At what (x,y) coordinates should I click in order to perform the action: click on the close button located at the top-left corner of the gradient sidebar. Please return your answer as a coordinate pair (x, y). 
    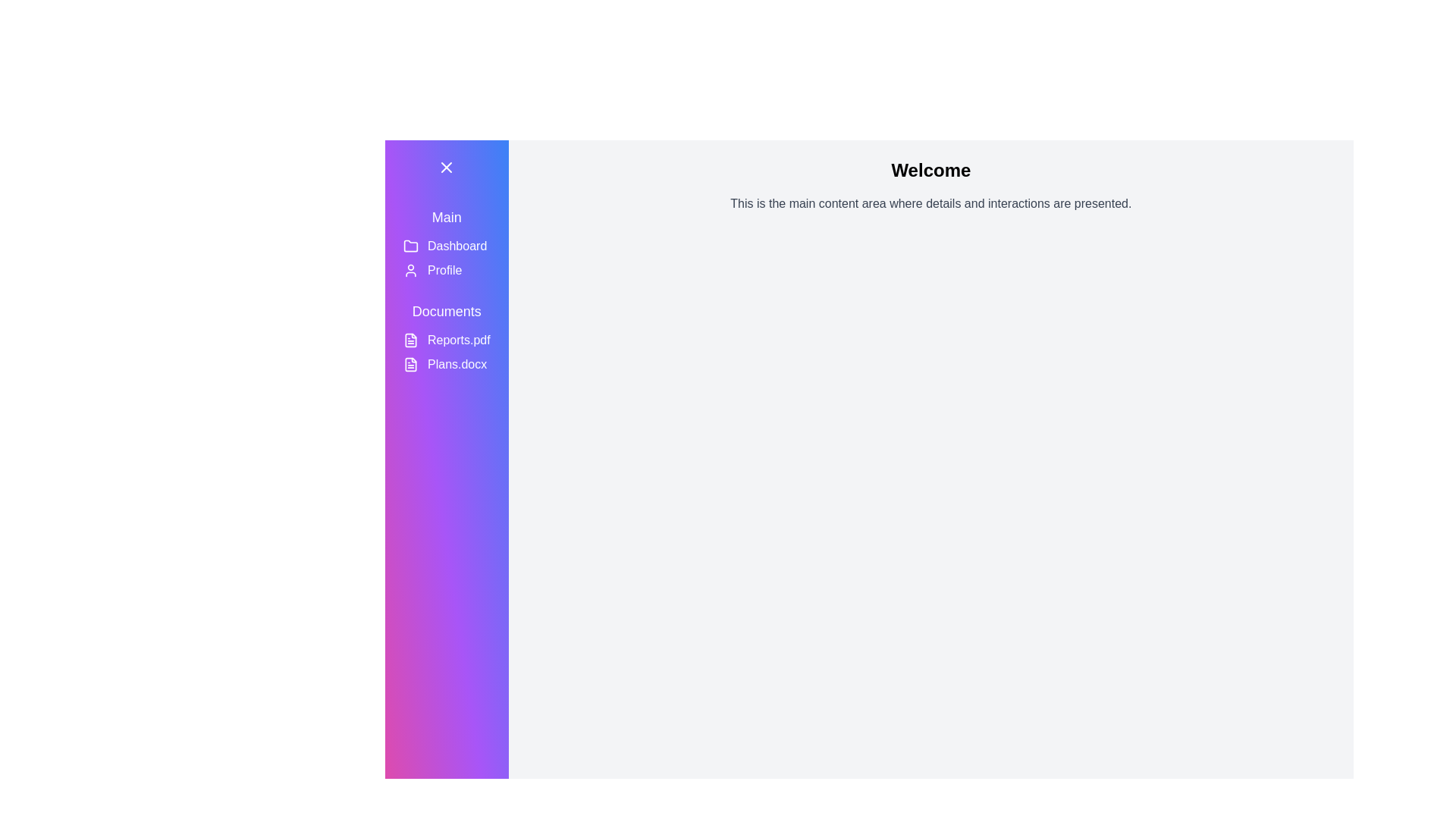
    Looking at the image, I should click on (446, 167).